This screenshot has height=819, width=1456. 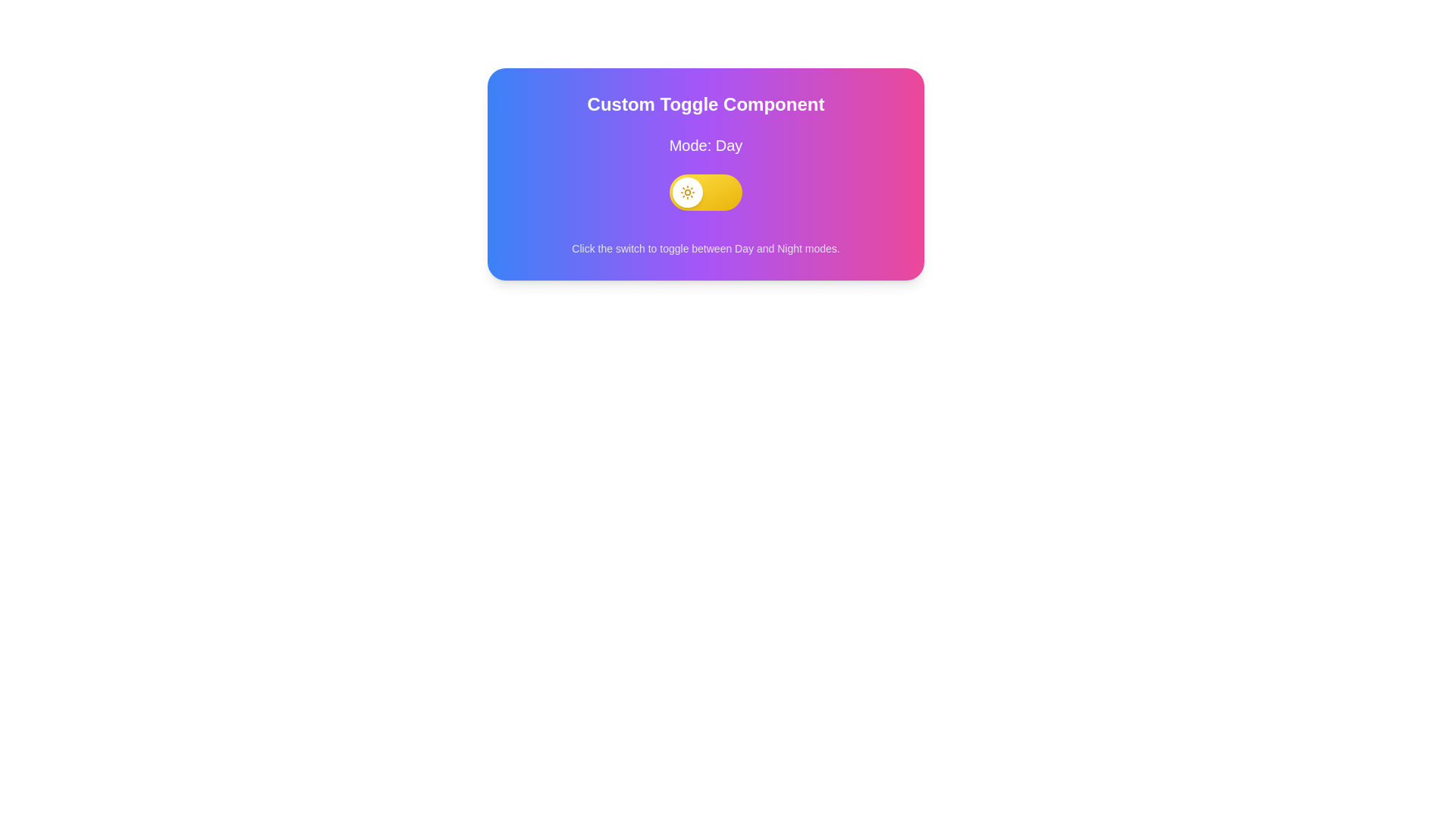 What do you see at coordinates (687, 192) in the screenshot?
I see `the 'day' mode icon, which is part of a toggle switch mechanism located below the text 'Mode: Day' within a card-like interface` at bounding box center [687, 192].